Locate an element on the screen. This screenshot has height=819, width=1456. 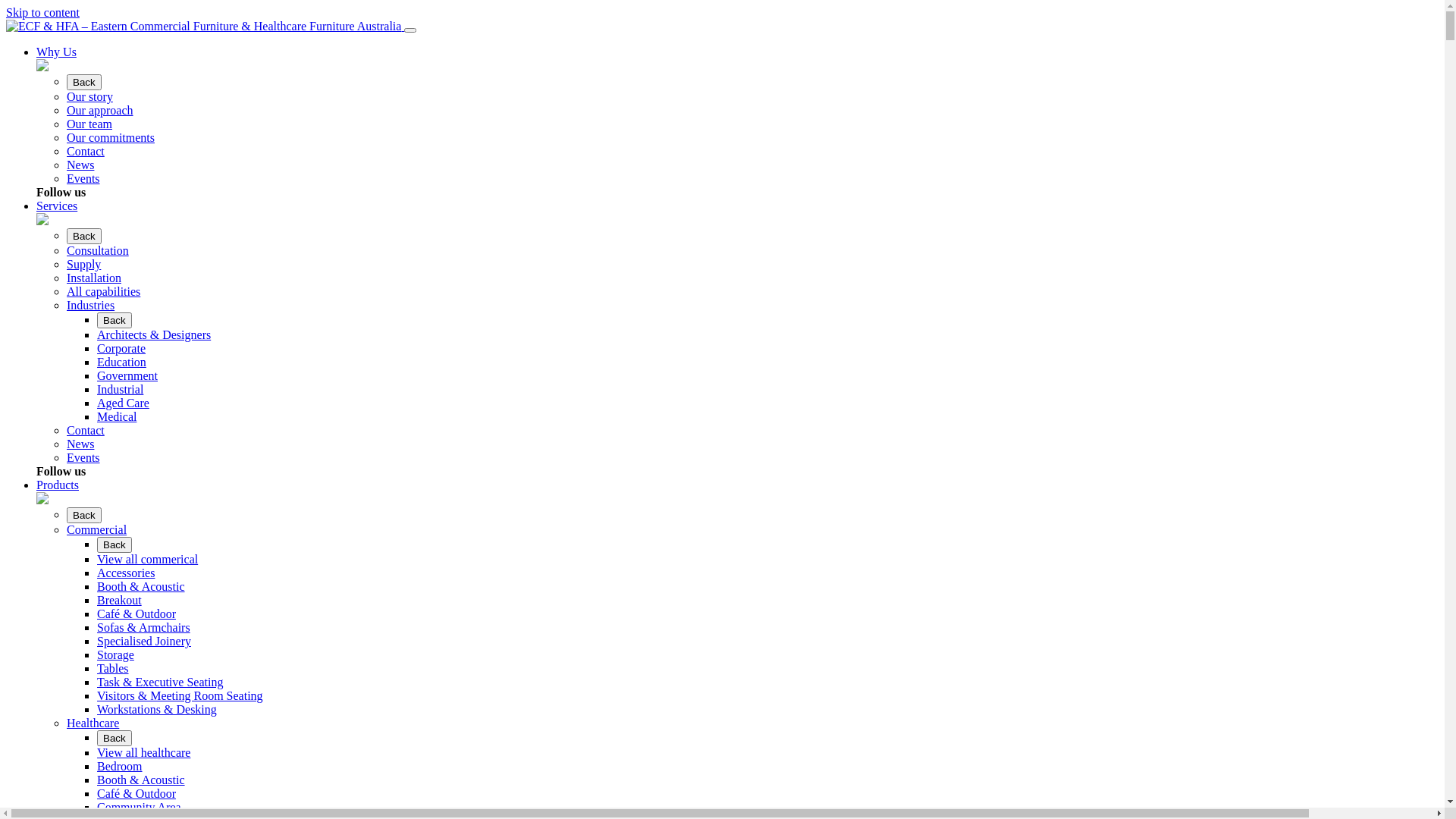
'Booth & Acoustic' is located at coordinates (96, 780).